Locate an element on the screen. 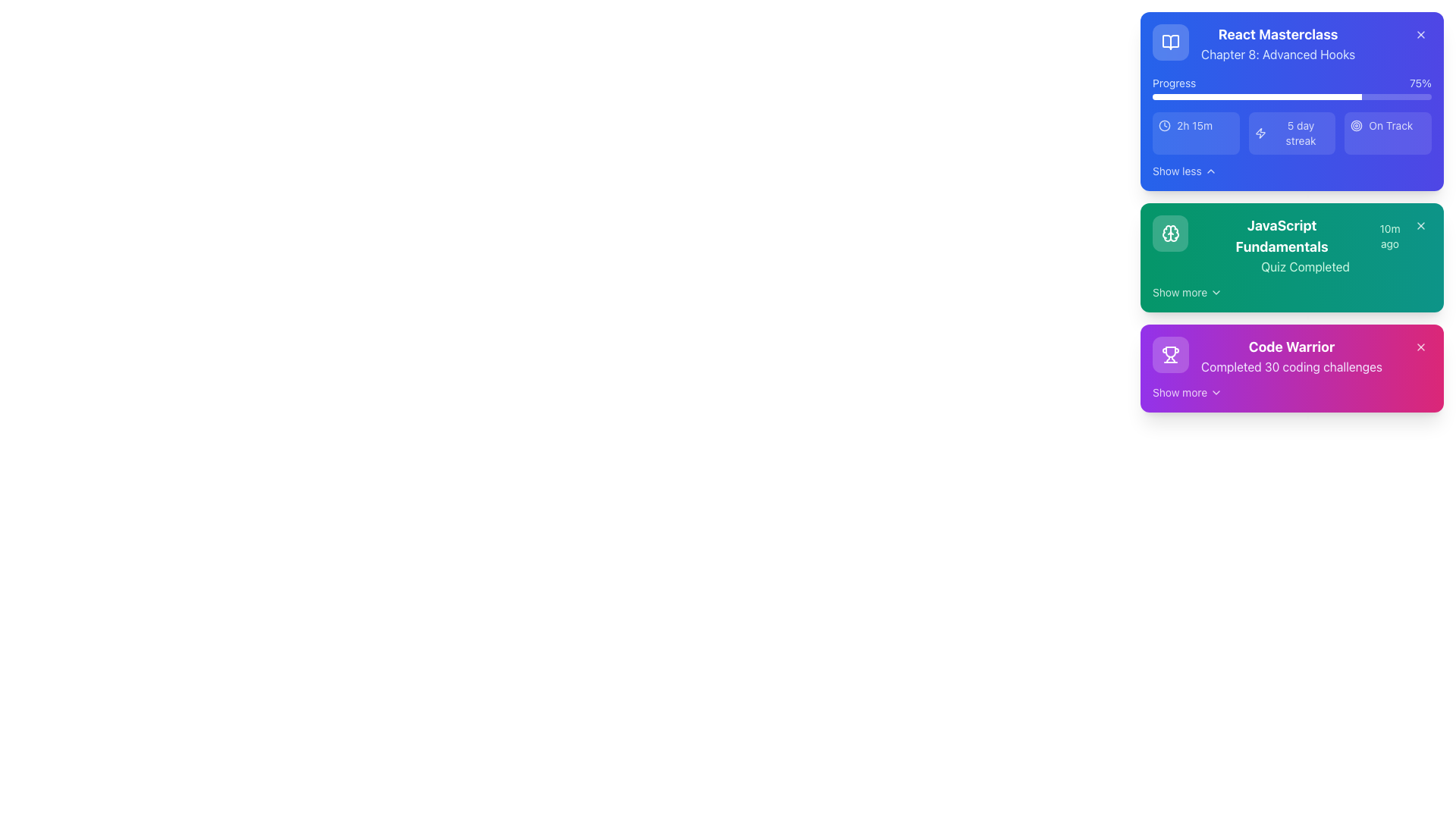 The image size is (1456, 819). the Status card that displays 'JavaScript Fundamentals' in bold white text on a green background, positioned between a blue panel above and a pink panel below is located at coordinates (1280, 245).